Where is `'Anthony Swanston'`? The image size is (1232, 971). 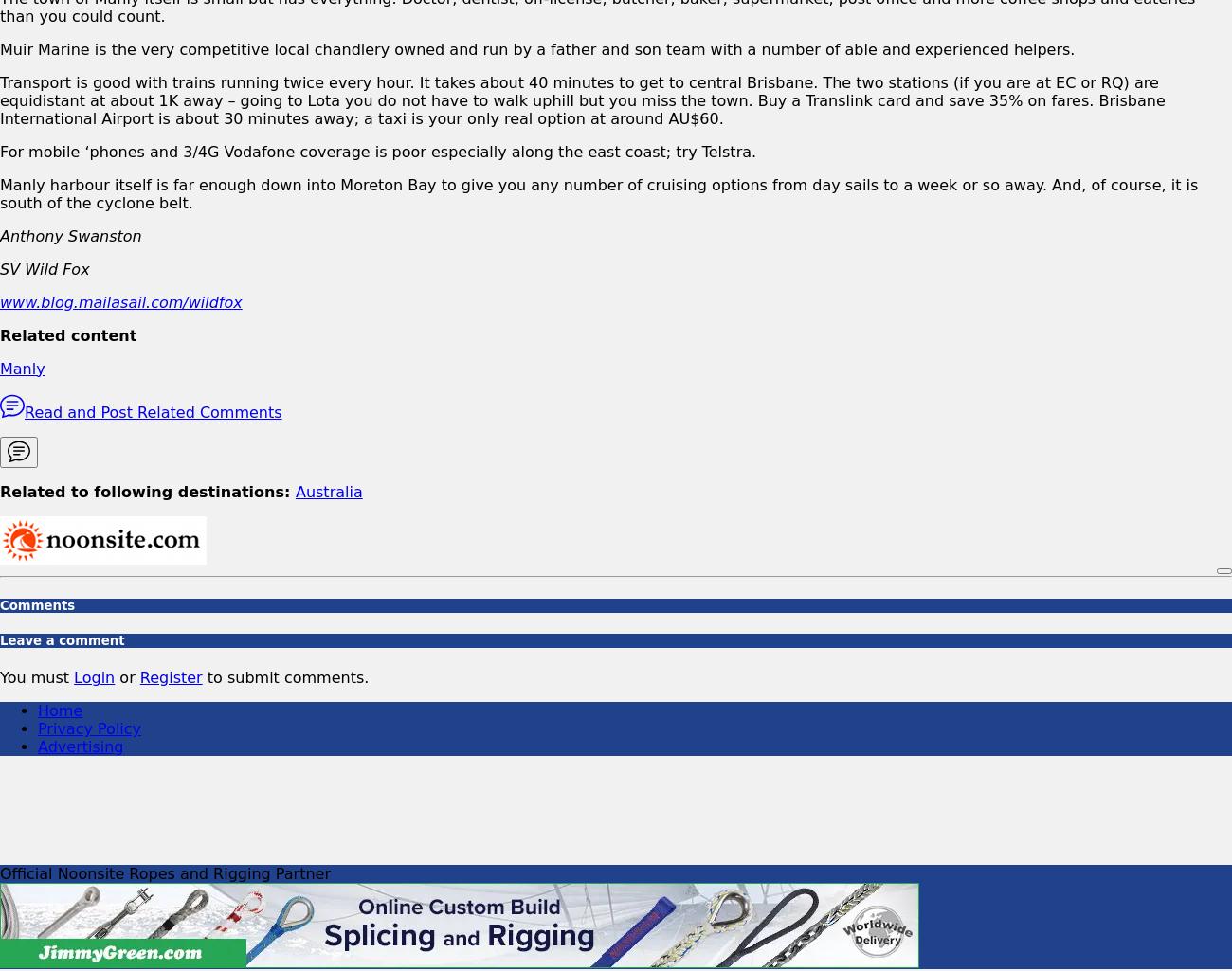 'Anthony Swanston' is located at coordinates (70, 234).